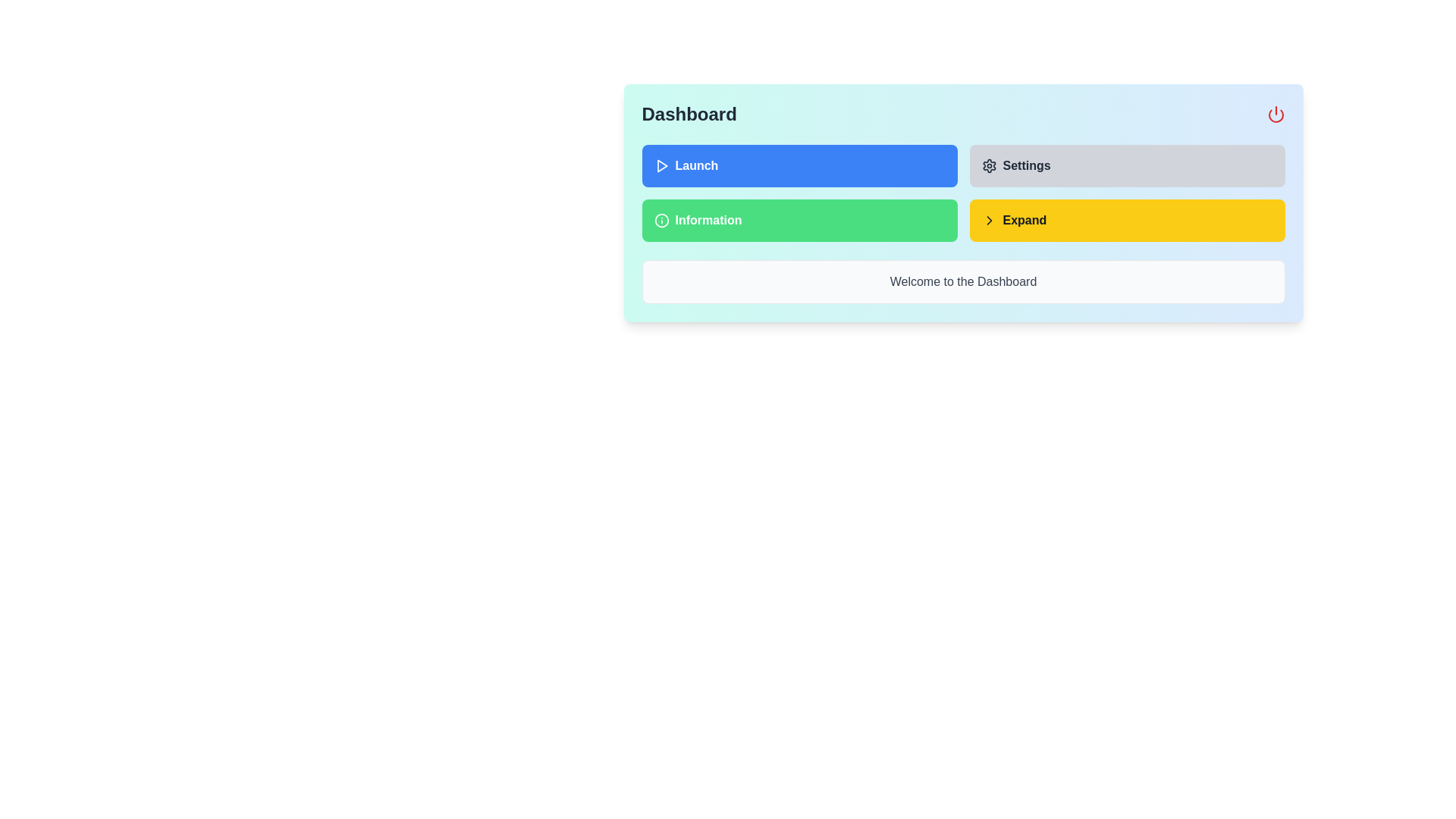 The height and width of the screenshot is (819, 1456). Describe the element at coordinates (661, 220) in the screenshot. I see `the outermost circular element of the 'Information' icon, which is a circular icon with no fill and a stroke outline, located centrally inside the green rectangle labeled 'Information' in the dashboard` at that location.